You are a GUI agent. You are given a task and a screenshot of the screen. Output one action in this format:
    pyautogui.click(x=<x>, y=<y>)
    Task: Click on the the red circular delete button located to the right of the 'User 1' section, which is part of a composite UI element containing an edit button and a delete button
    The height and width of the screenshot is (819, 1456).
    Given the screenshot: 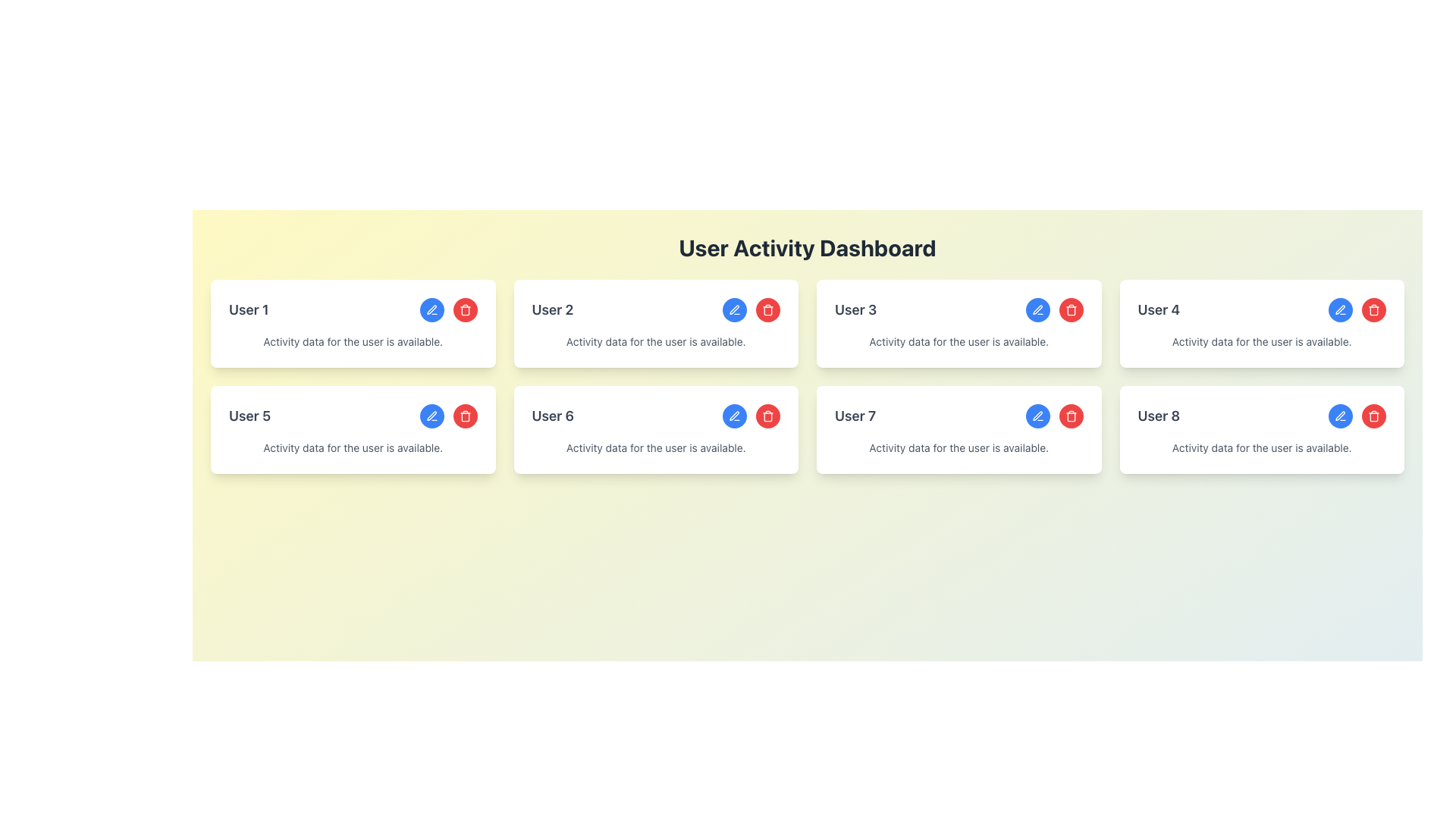 What is the action you would take?
    pyautogui.click(x=447, y=309)
    